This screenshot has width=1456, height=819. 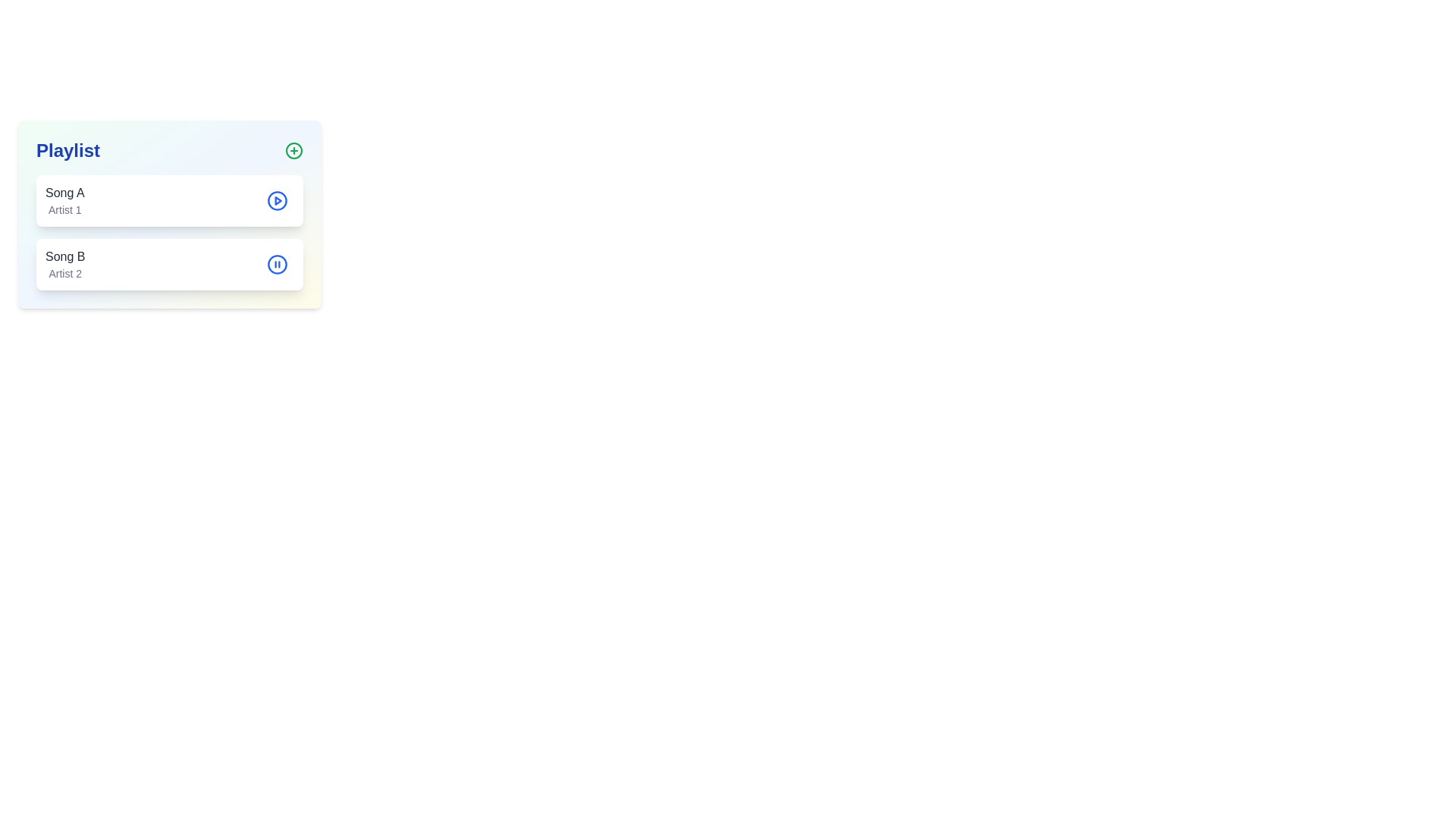 What do you see at coordinates (170, 200) in the screenshot?
I see `the first list item displaying 'Song A' with a play button` at bounding box center [170, 200].